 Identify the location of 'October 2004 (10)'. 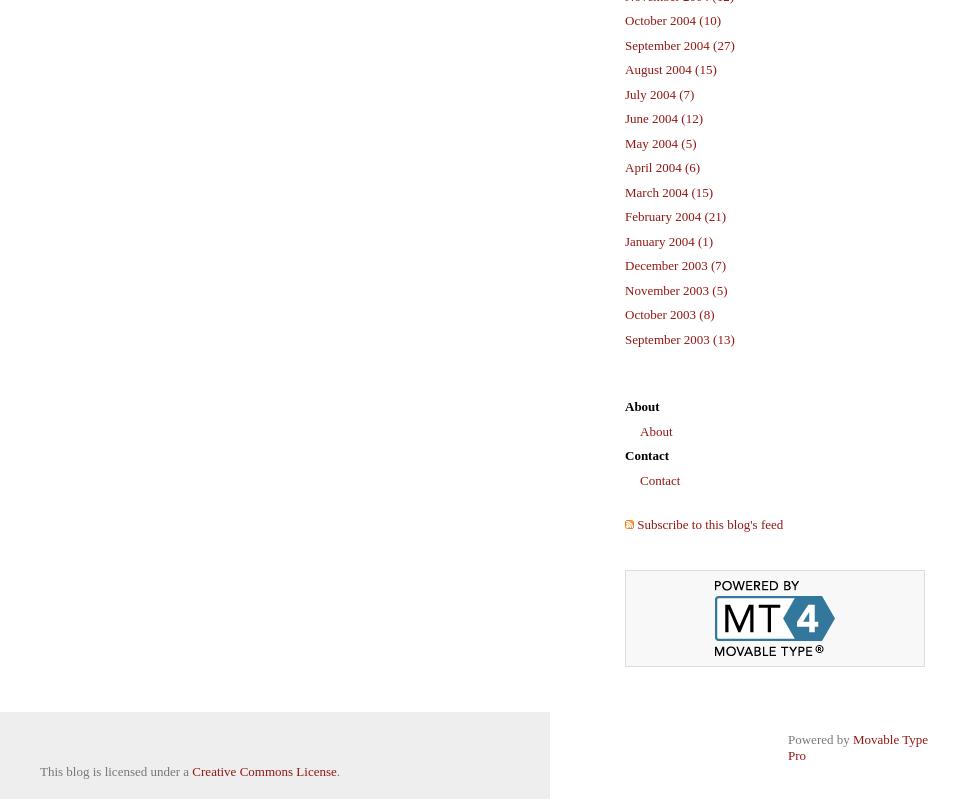
(672, 20).